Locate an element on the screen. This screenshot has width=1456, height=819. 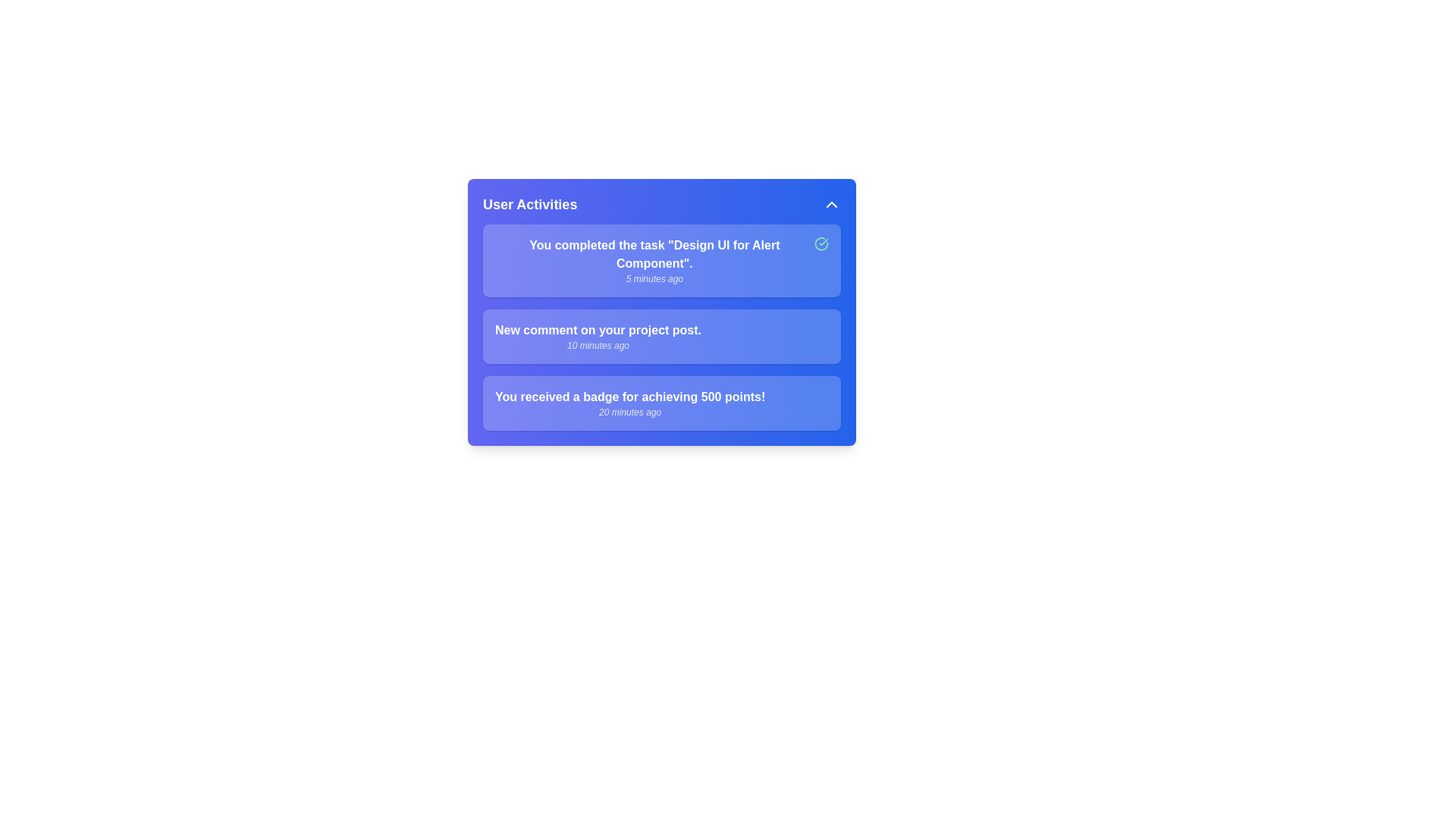
the Notification card that informs the user about earning a badge for reaching 500 points, located at the bottom of the 'User Activities' panel is located at coordinates (662, 403).